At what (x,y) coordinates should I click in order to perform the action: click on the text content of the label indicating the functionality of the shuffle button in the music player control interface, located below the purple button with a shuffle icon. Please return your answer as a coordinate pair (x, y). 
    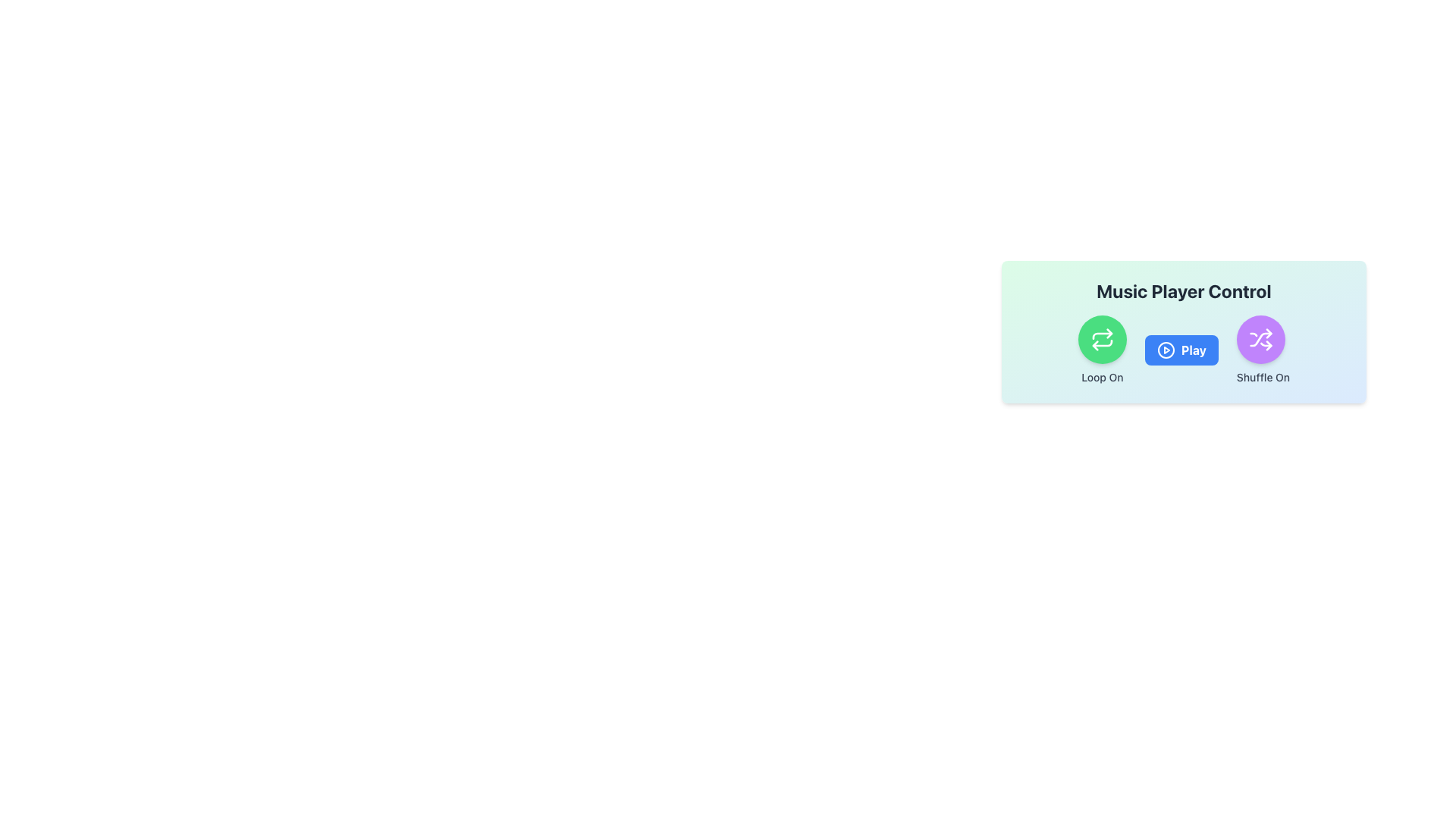
    Looking at the image, I should click on (1263, 376).